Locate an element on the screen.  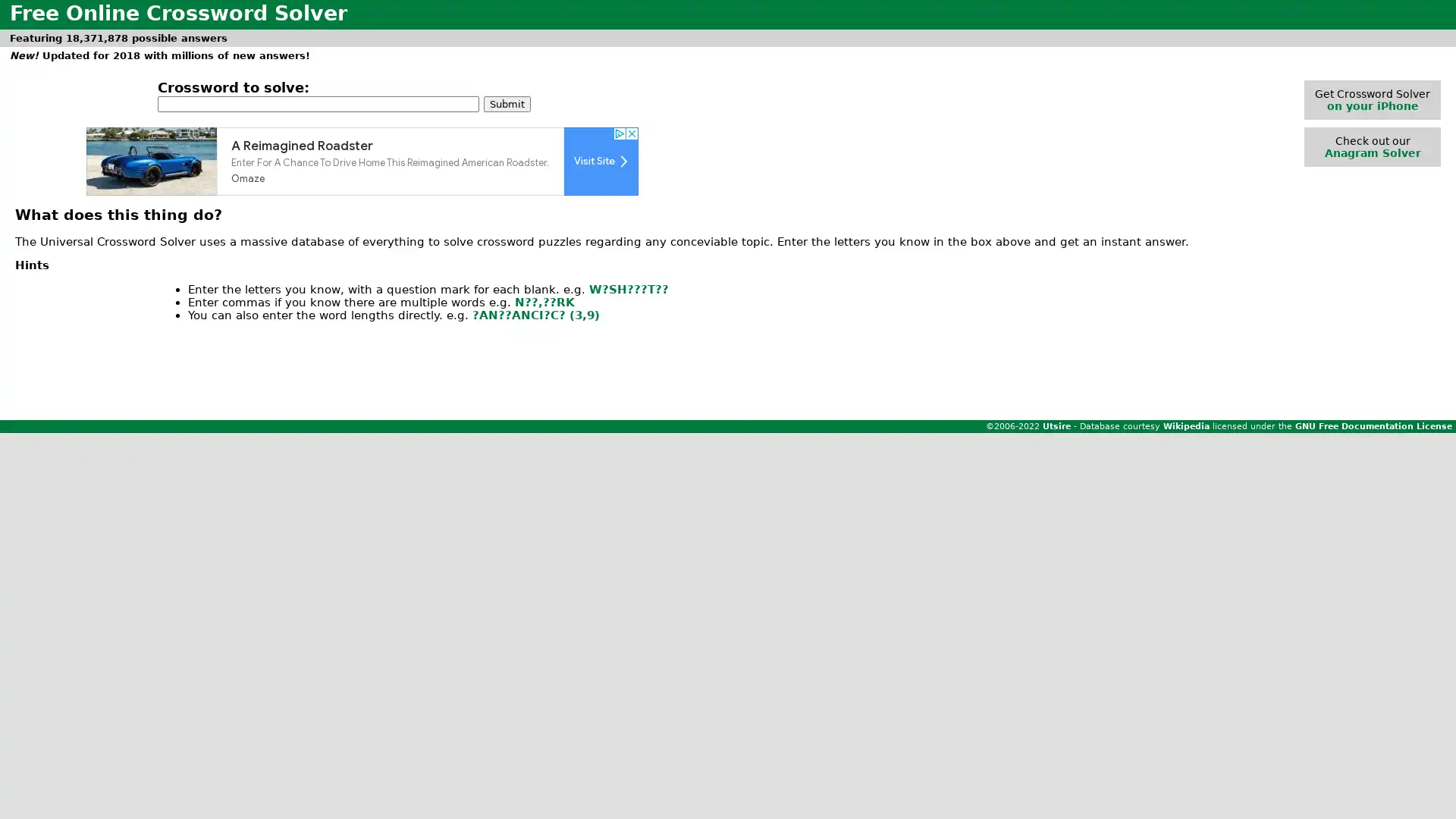
Submit is located at coordinates (507, 102).